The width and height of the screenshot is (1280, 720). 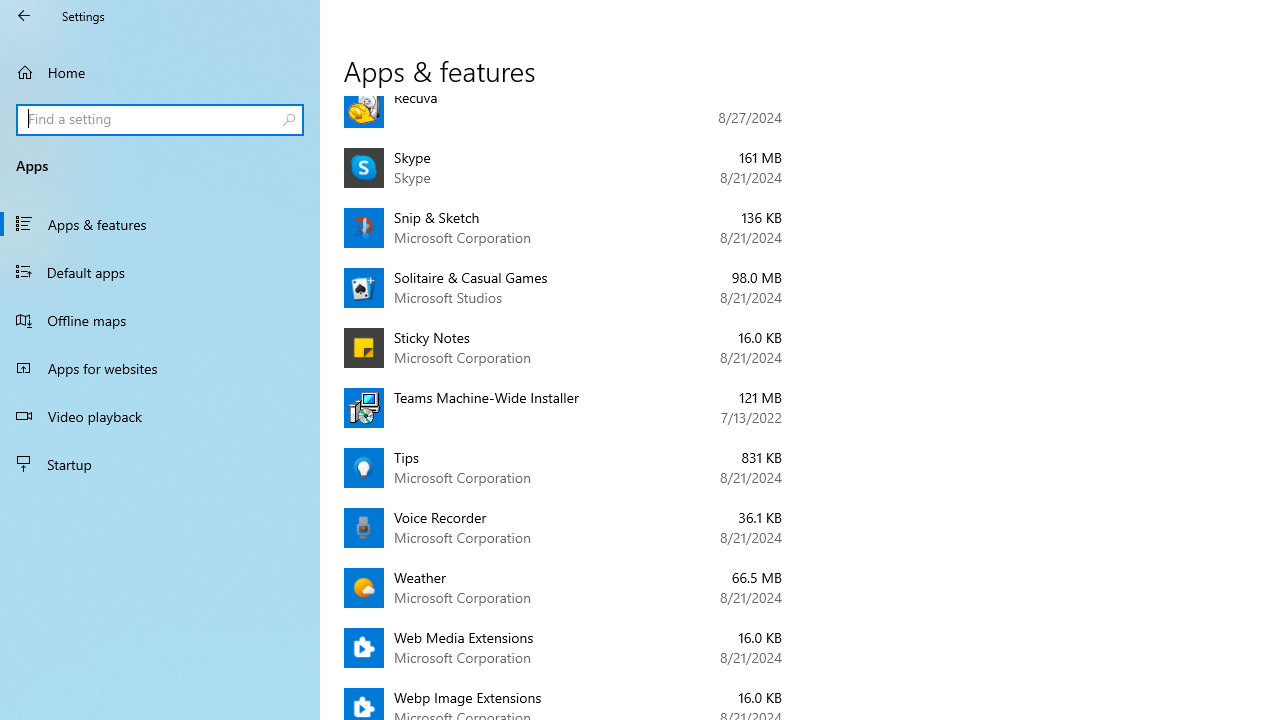 I want to click on 'Home', so click(x=160, y=71).